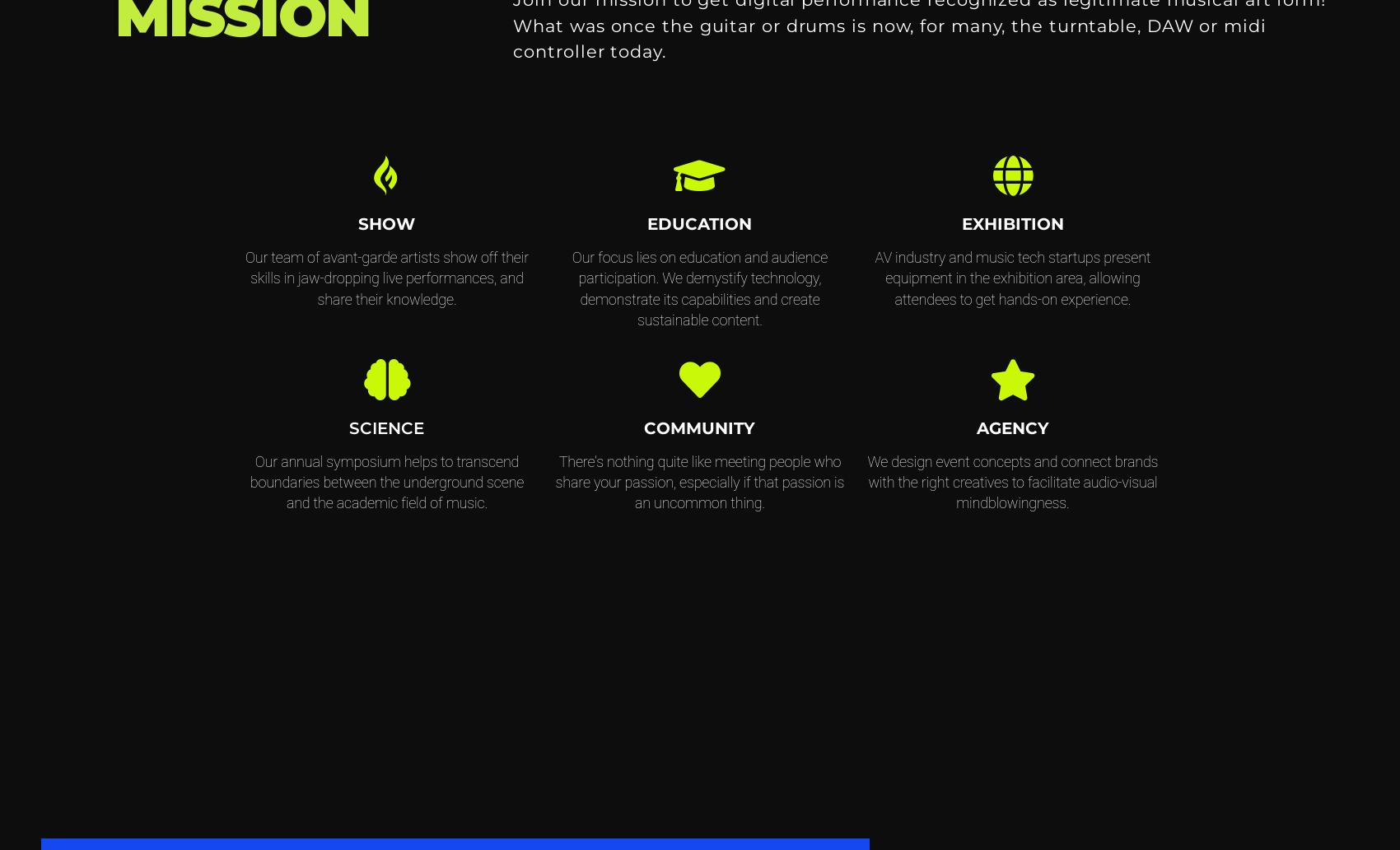  I want to click on 'Community', so click(698, 427).